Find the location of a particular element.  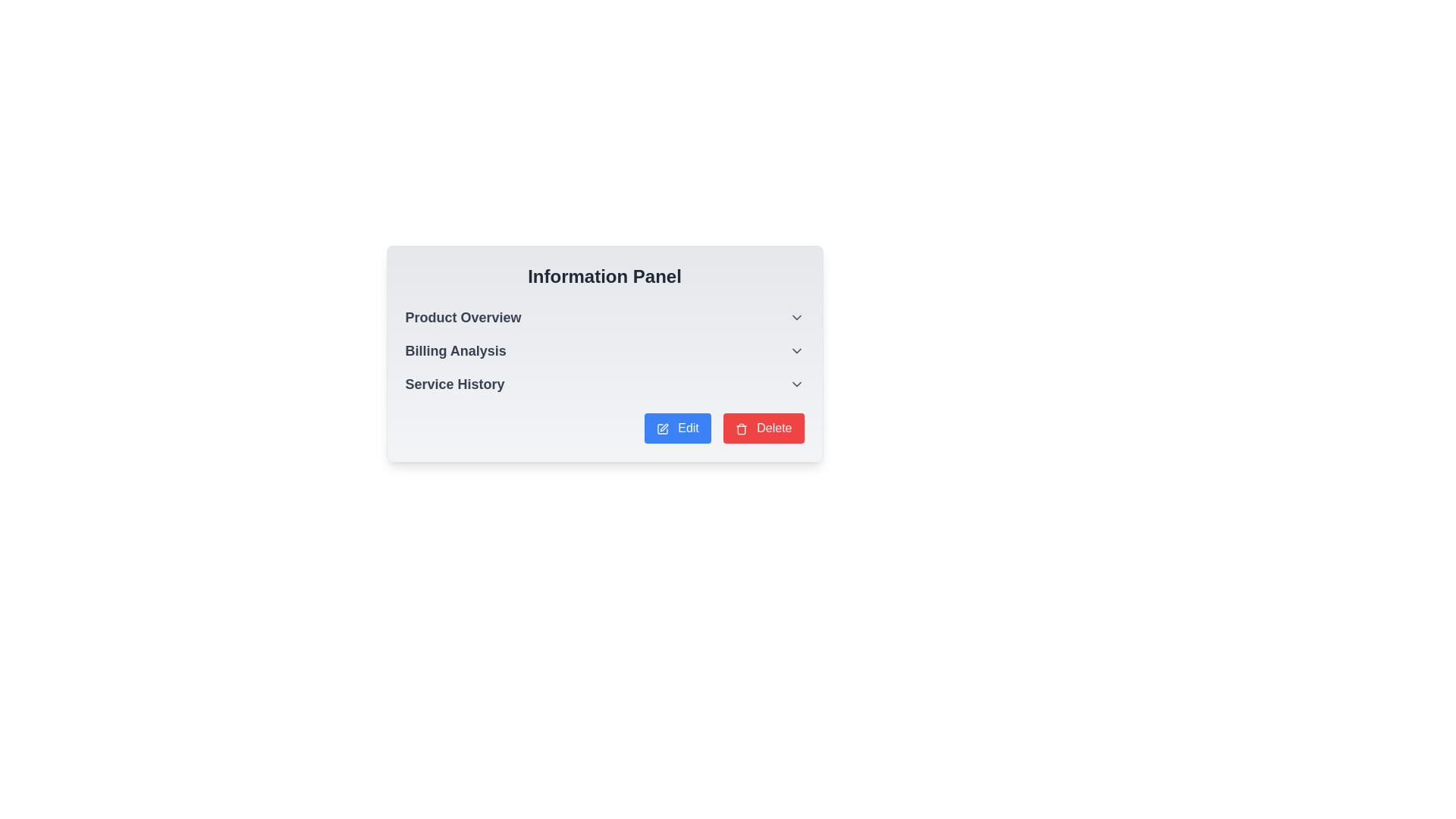

the 'Edit' button with a blue background and white text located in the bottom right section of the 'Information Panel' to observe its hover effect is located at coordinates (676, 428).